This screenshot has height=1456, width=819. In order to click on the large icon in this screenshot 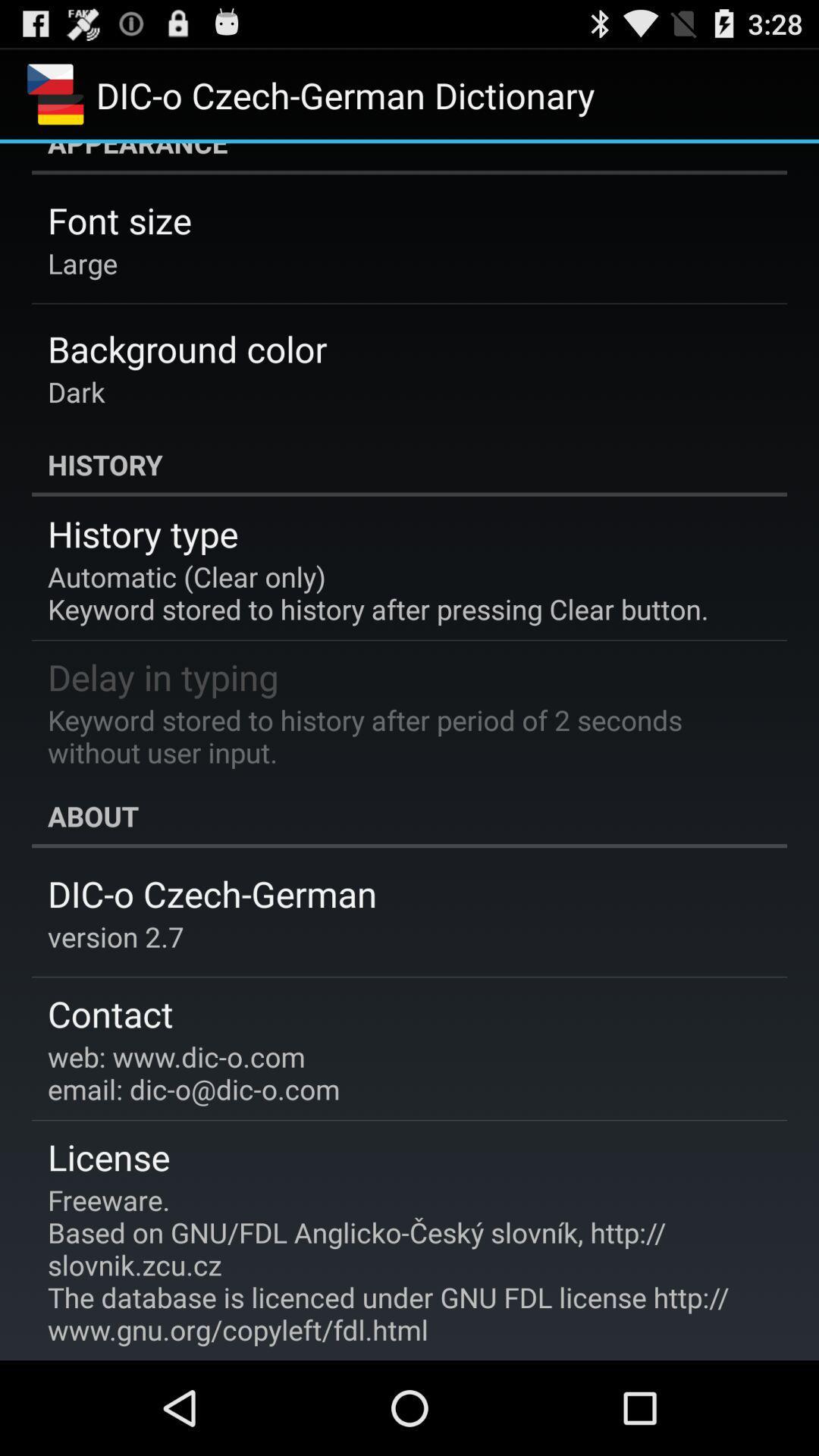, I will do `click(83, 263)`.